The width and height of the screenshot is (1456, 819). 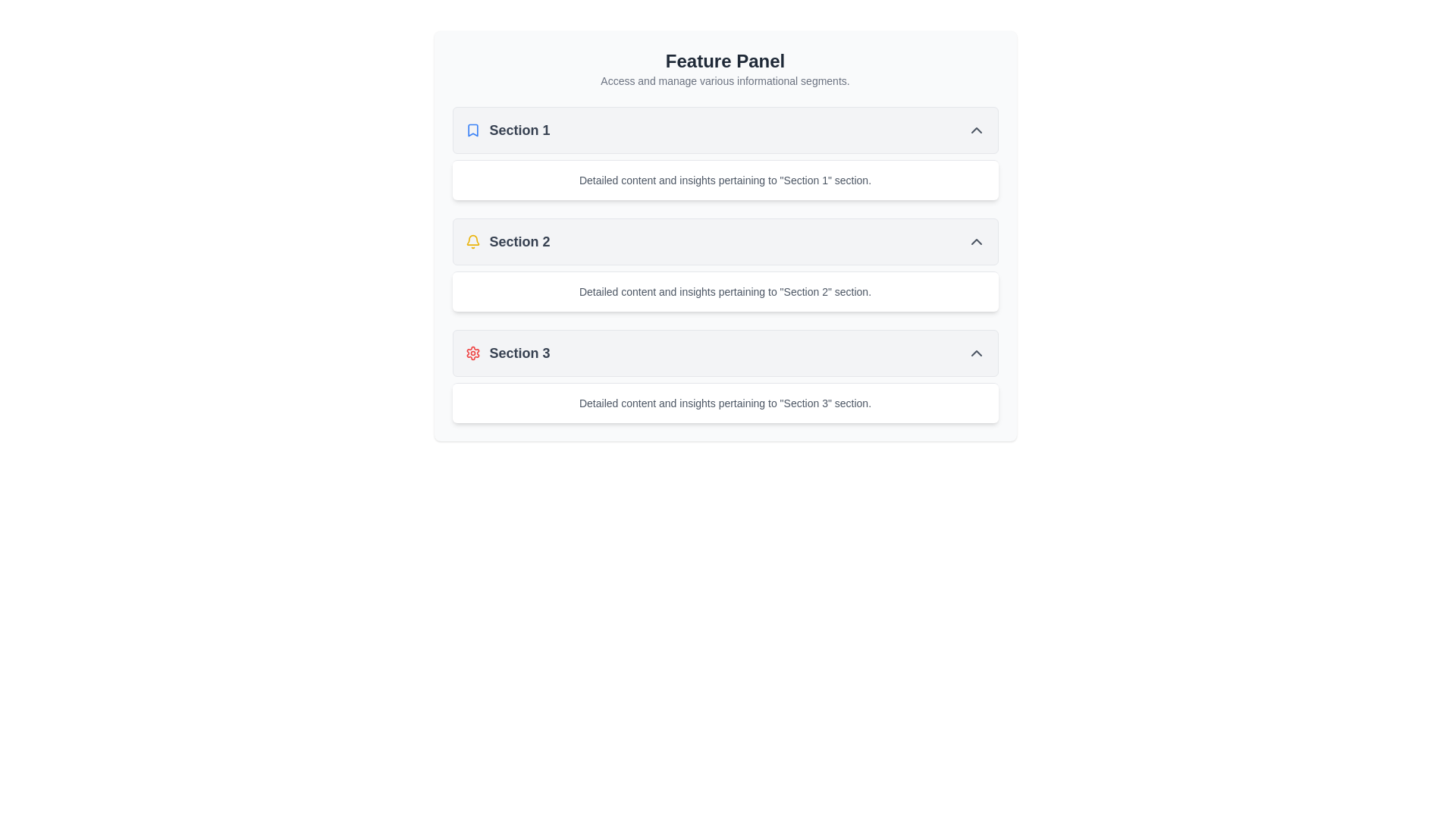 I want to click on text label displaying 'Detailed content and insights pertaining to Section 3 section.' located below the title 'Section 3' in the third section of the interface, so click(x=724, y=403).